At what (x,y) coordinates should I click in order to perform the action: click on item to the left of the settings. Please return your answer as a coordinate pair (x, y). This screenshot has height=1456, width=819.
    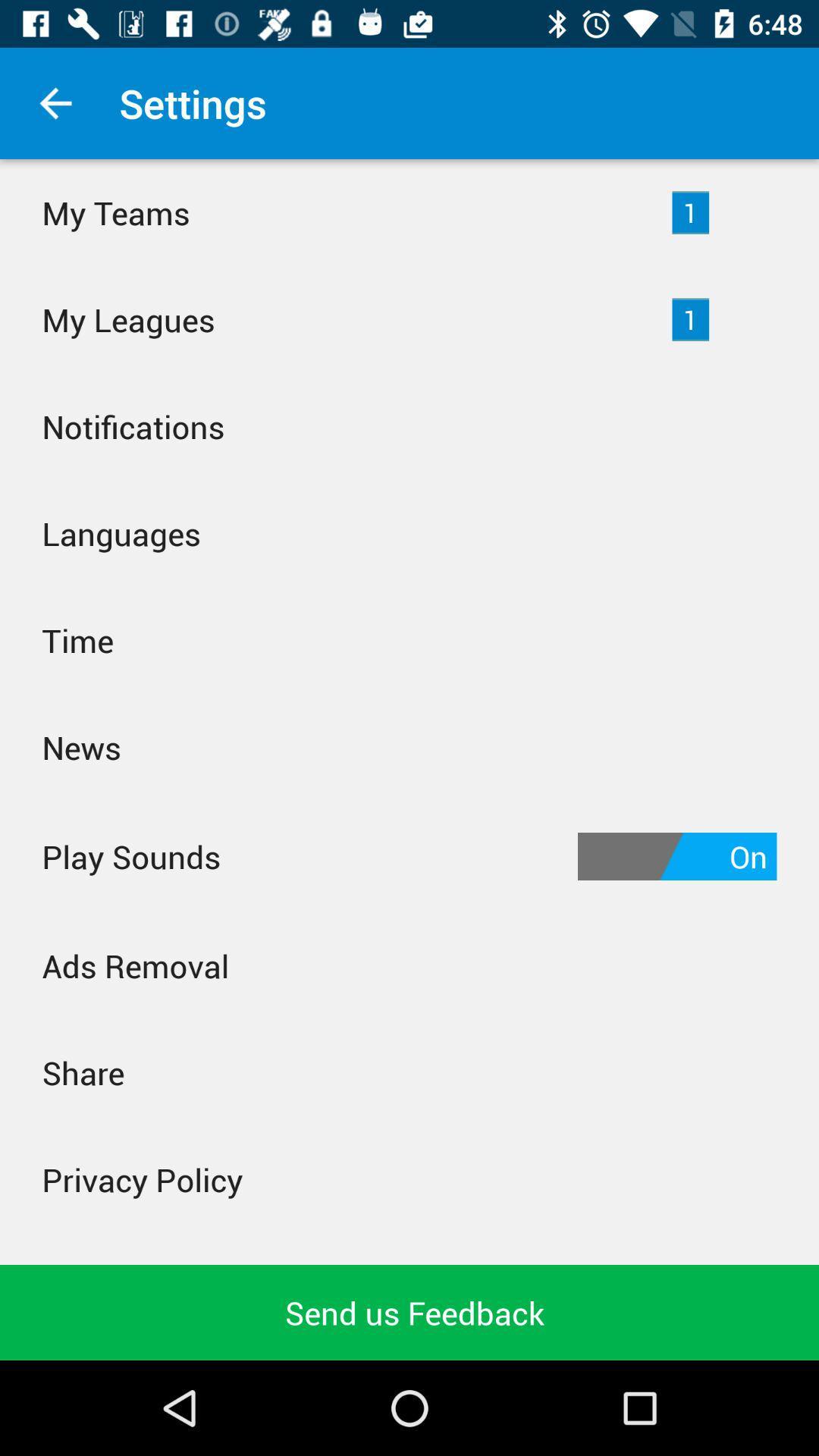
    Looking at the image, I should click on (55, 102).